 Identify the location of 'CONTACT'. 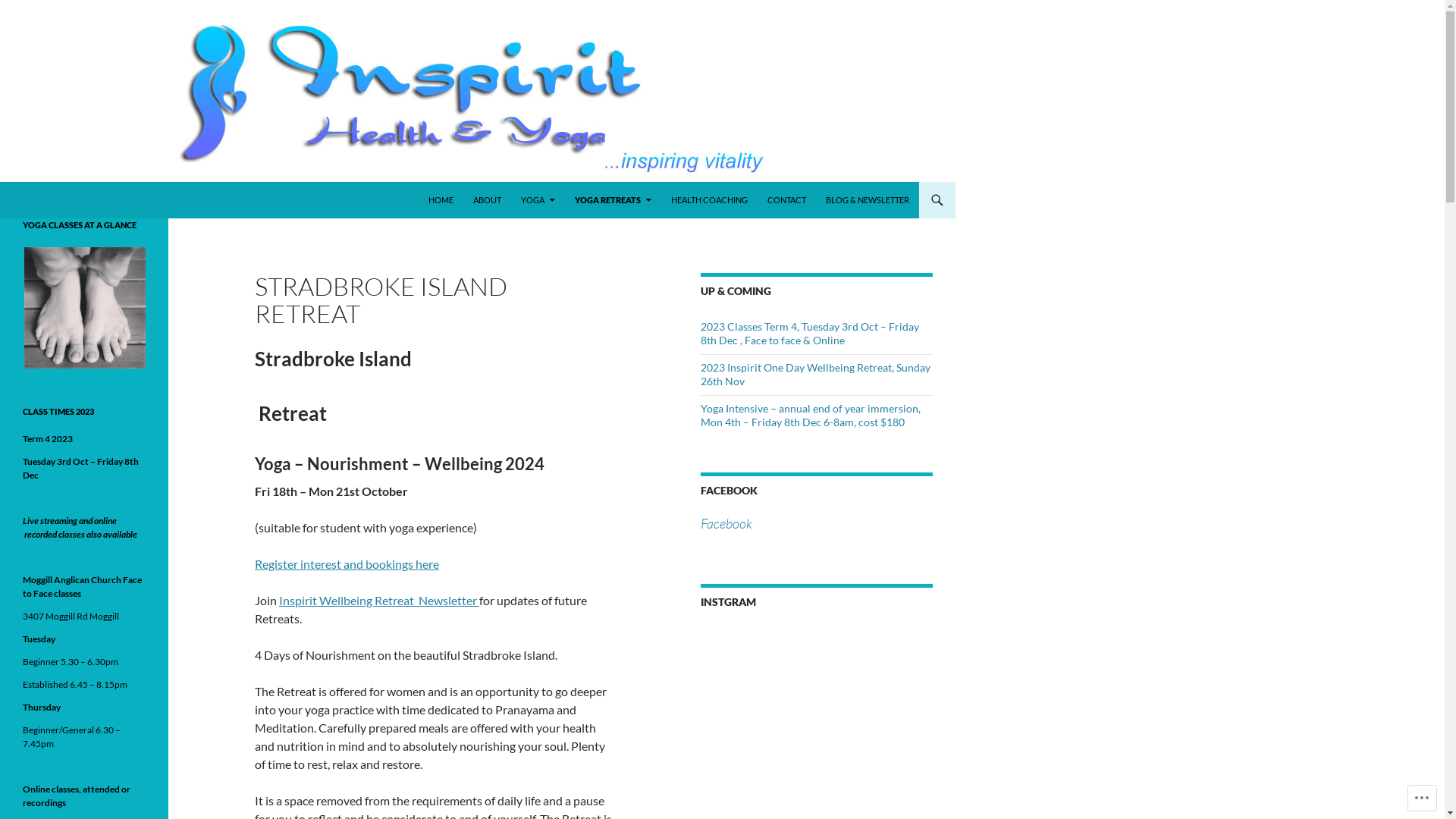
(786, 199).